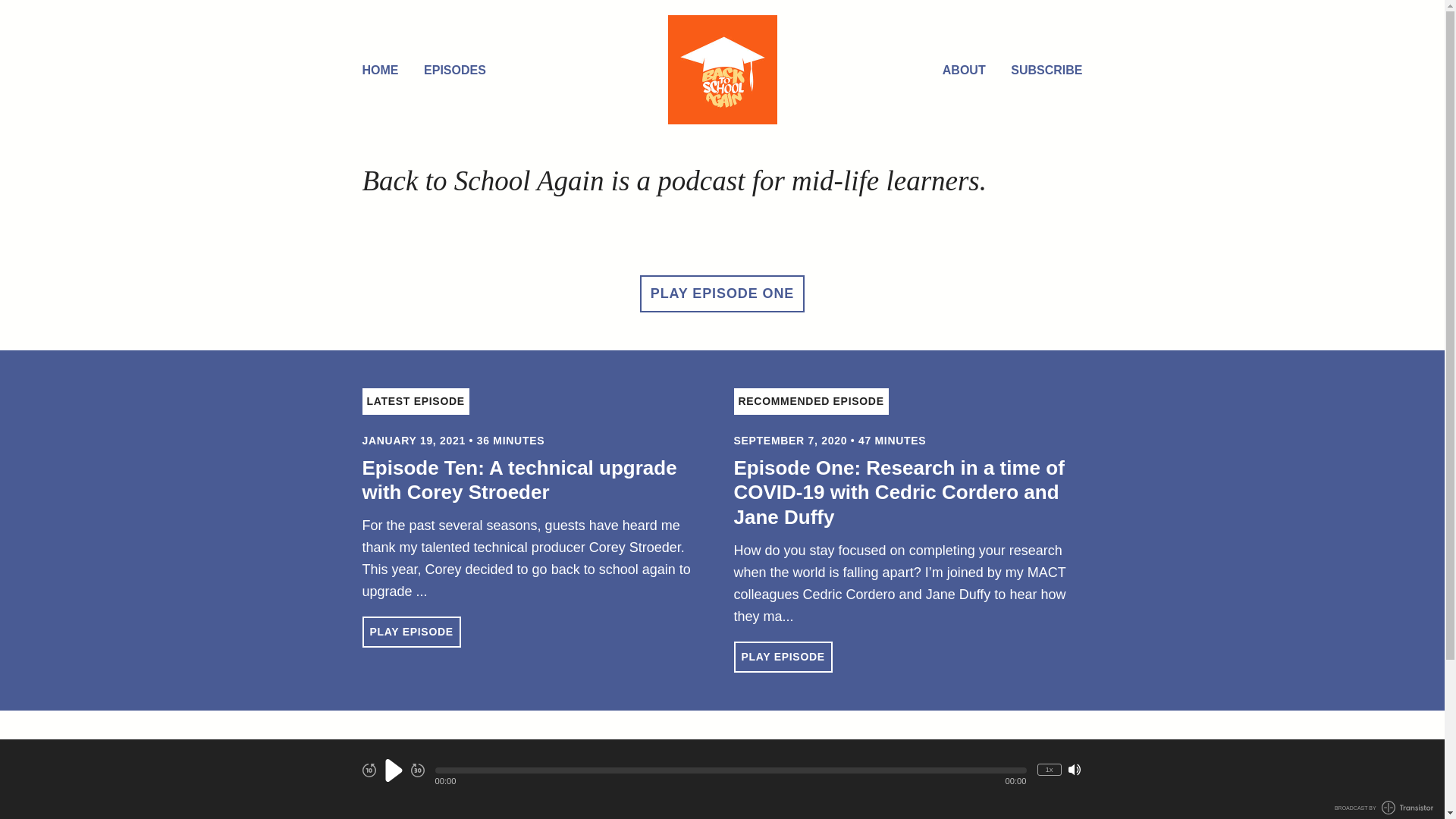 Image resolution: width=1456 pixels, height=819 pixels. What do you see at coordinates (1383, 806) in the screenshot?
I see `'BROADCAST BY TRANSISTOR LOGO'` at bounding box center [1383, 806].